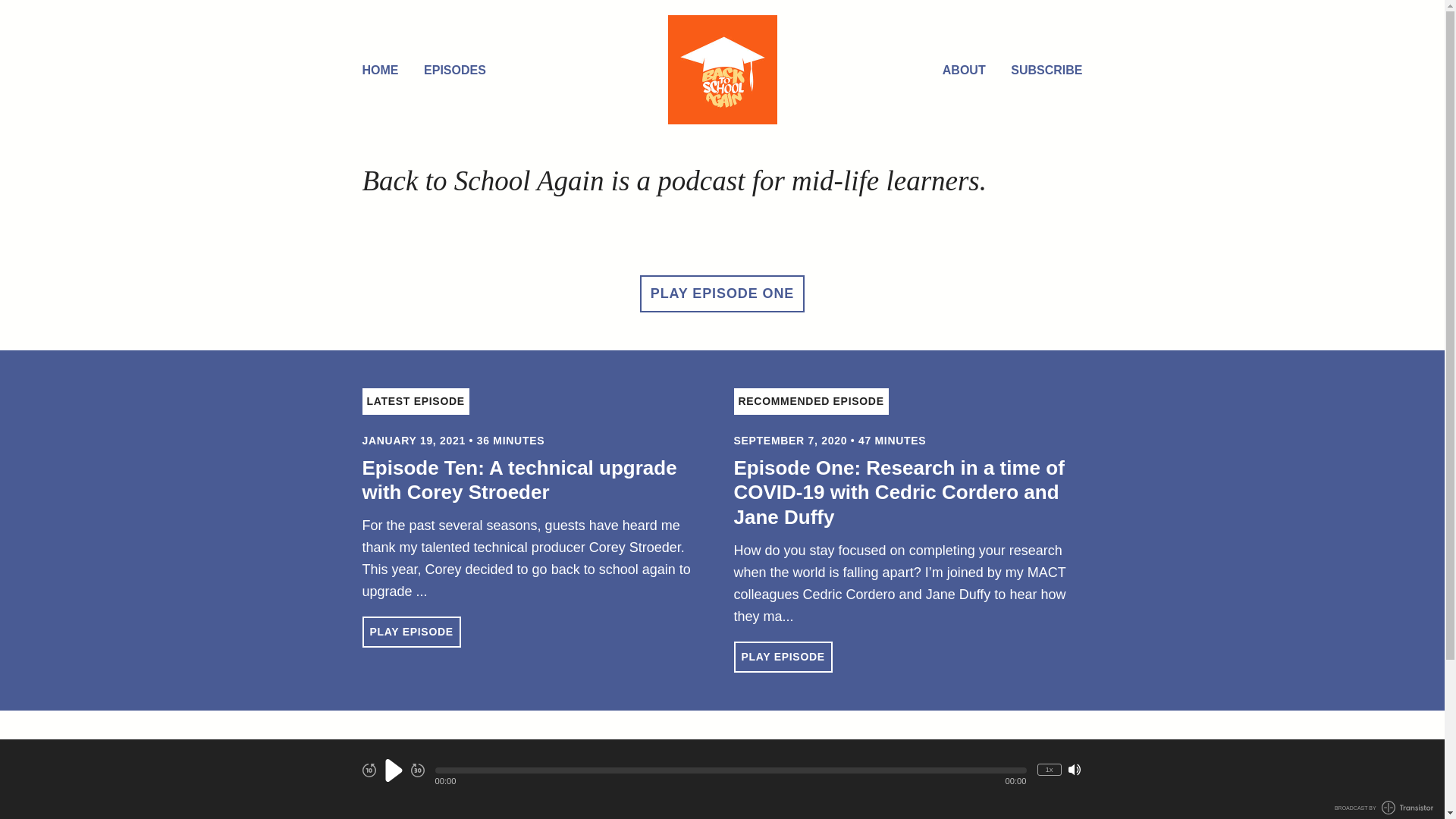 Image resolution: width=1456 pixels, height=819 pixels. What do you see at coordinates (1383, 806) in the screenshot?
I see `'BROADCAST BY TRANSISTOR LOGO'` at bounding box center [1383, 806].